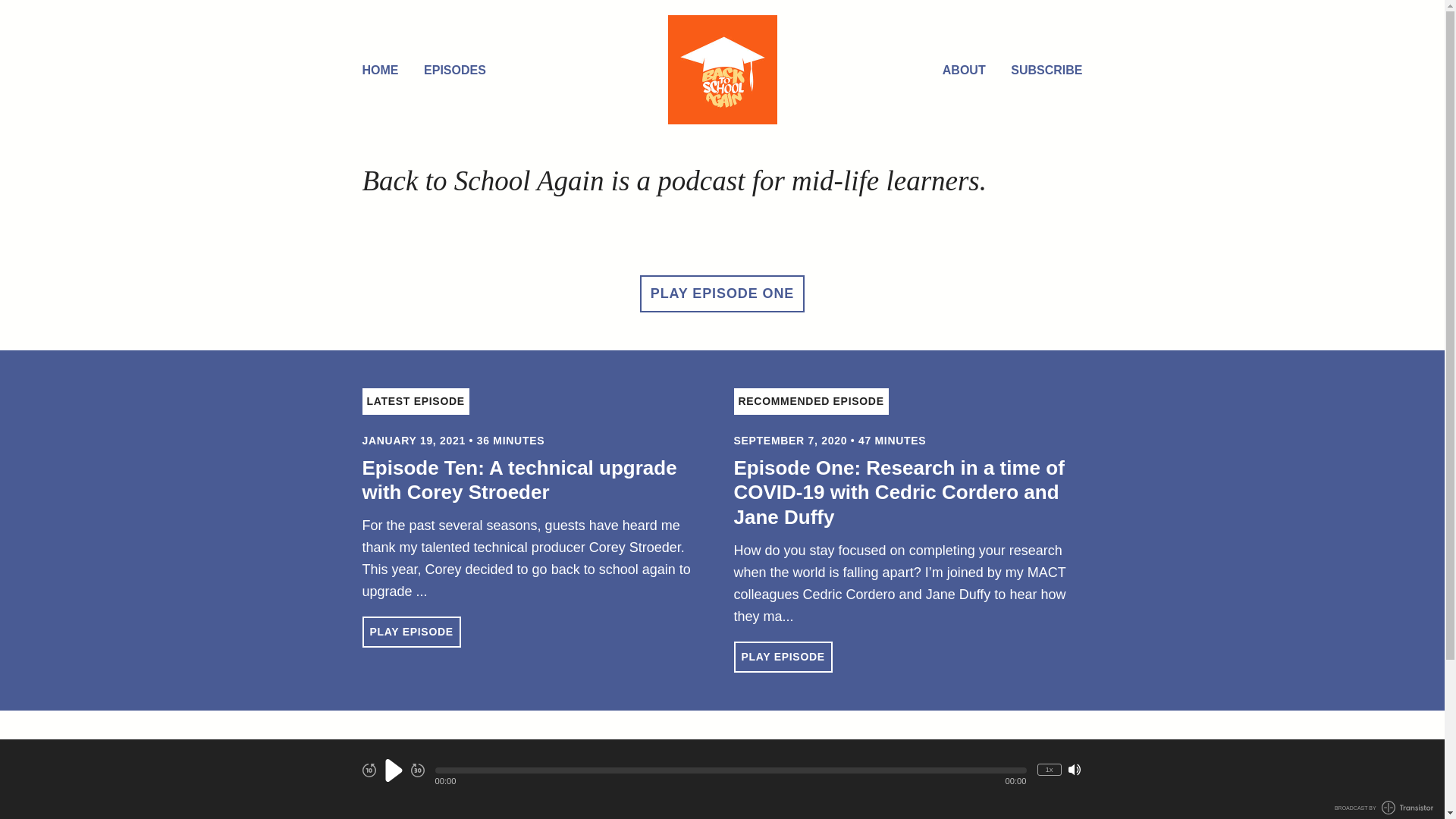 Image resolution: width=1456 pixels, height=819 pixels. What do you see at coordinates (1383, 806) in the screenshot?
I see `'BROADCAST BY TRANSISTOR LOGO'` at bounding box center [1383, 806].